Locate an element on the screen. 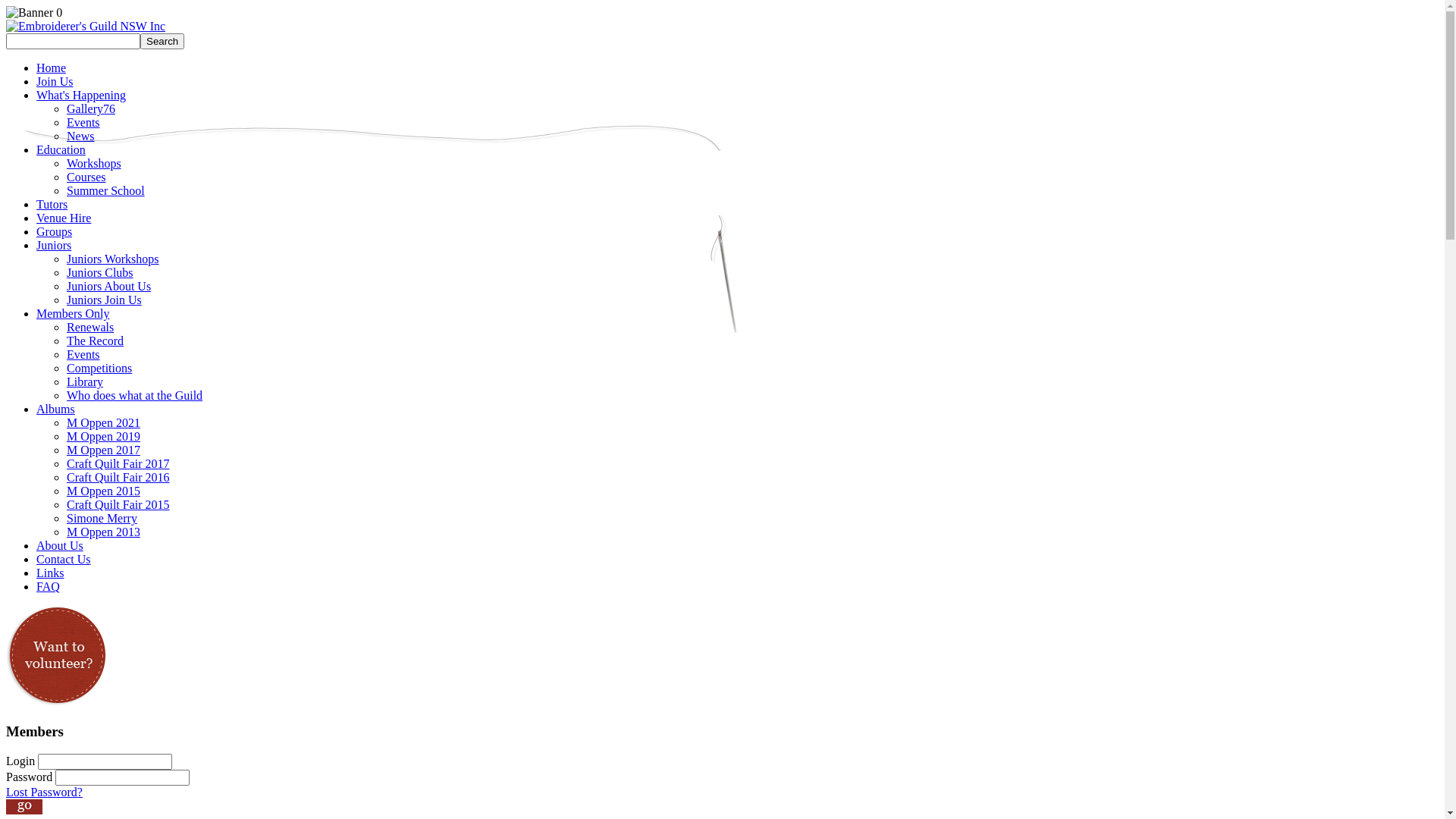 The width and height of the screenshot is (1456, 819). 'Education' is located at coordinates (61, 149).